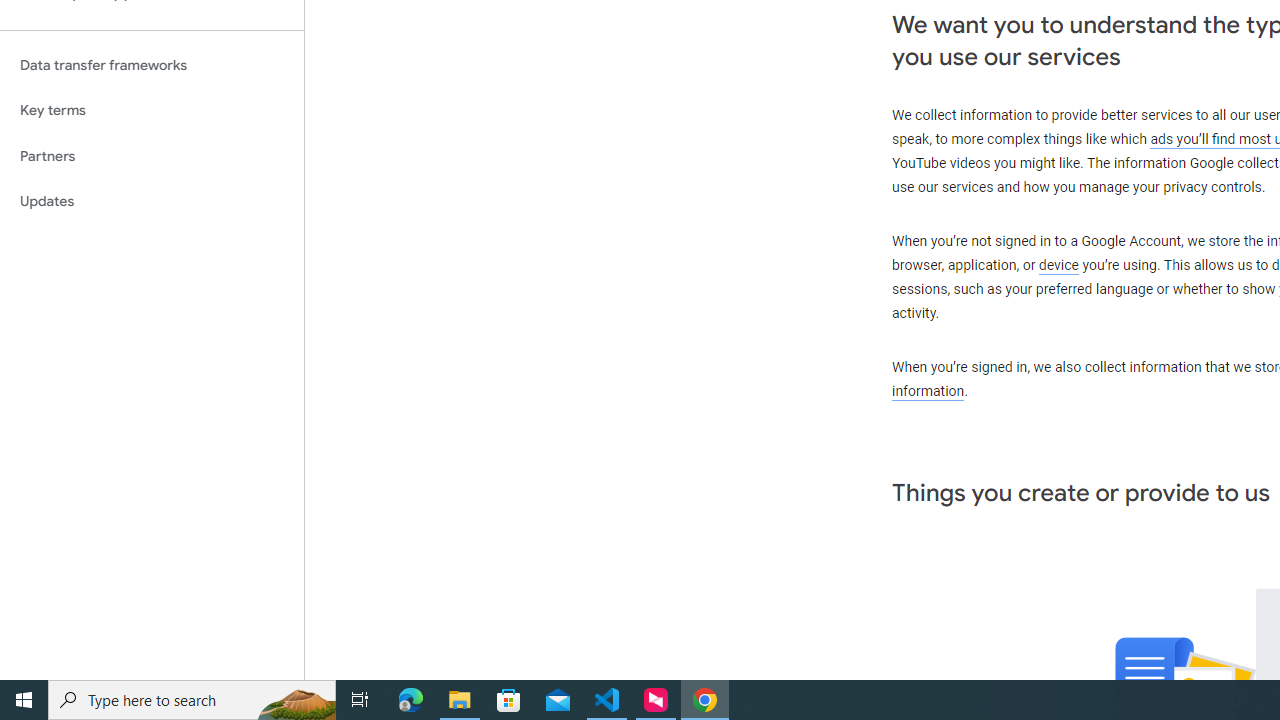 Image resolution: width=1280 pixels, height=720 pixels. Describe the element at coordinates (151, 155) in the screenshot. I see `'Partners'` at that location.